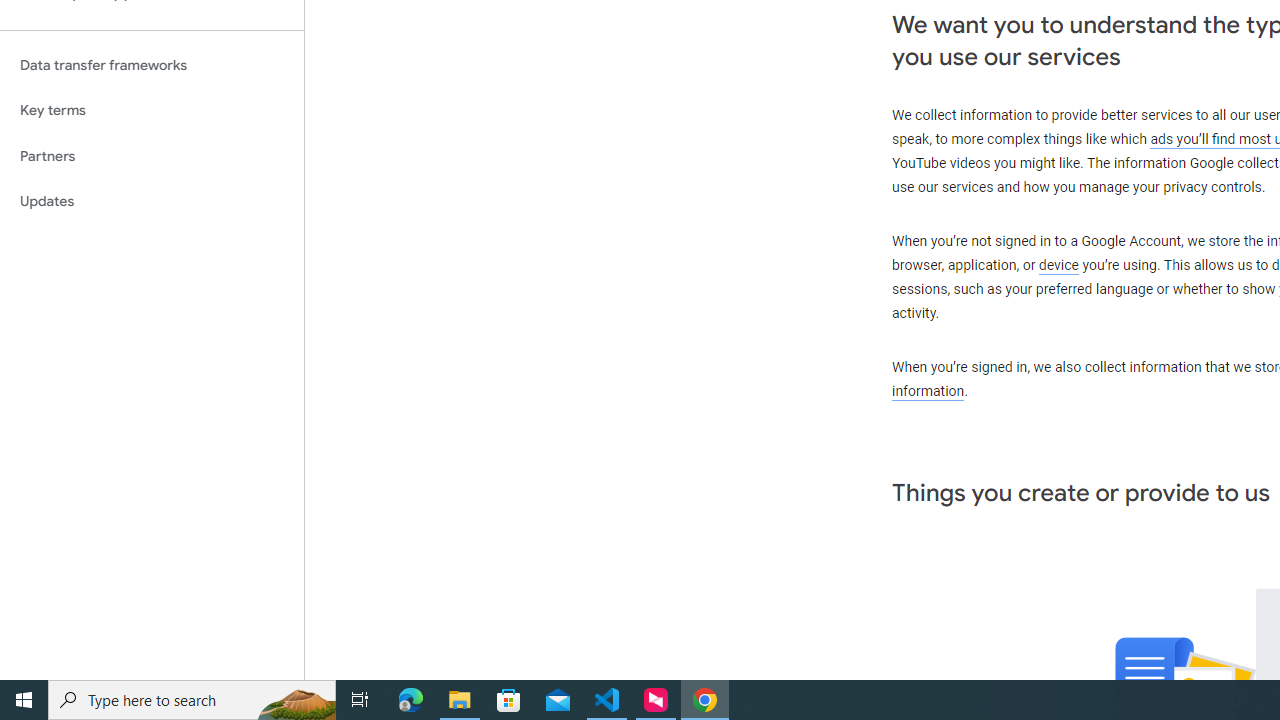 Image resolution: width=1280 pixels, height=720 pixels. Describe the element at coordinates (151, 155) in the screenshot. I see `'Partners'` at that location.